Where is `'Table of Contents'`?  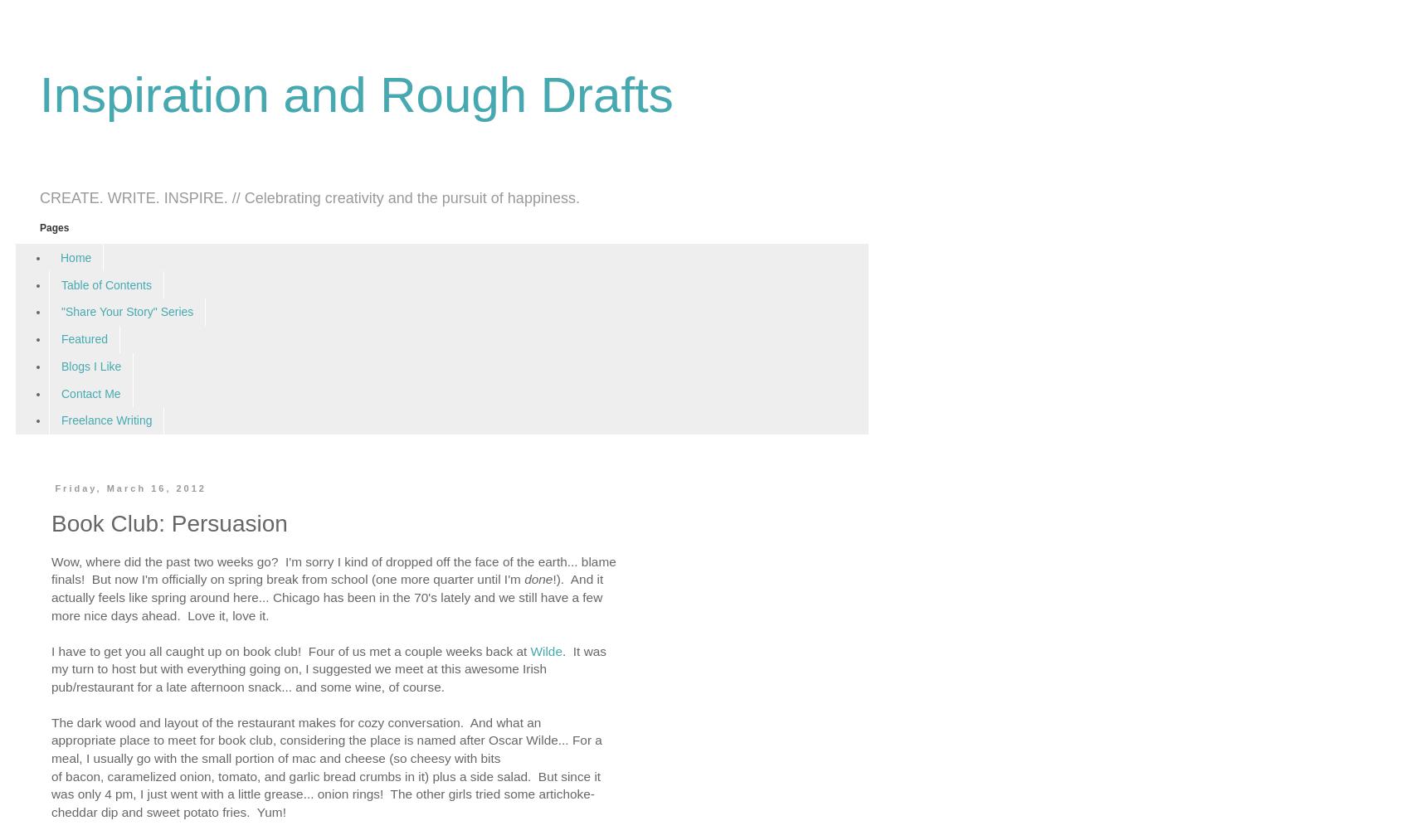 'Table of Contents' is located at coordinates (105, 284).